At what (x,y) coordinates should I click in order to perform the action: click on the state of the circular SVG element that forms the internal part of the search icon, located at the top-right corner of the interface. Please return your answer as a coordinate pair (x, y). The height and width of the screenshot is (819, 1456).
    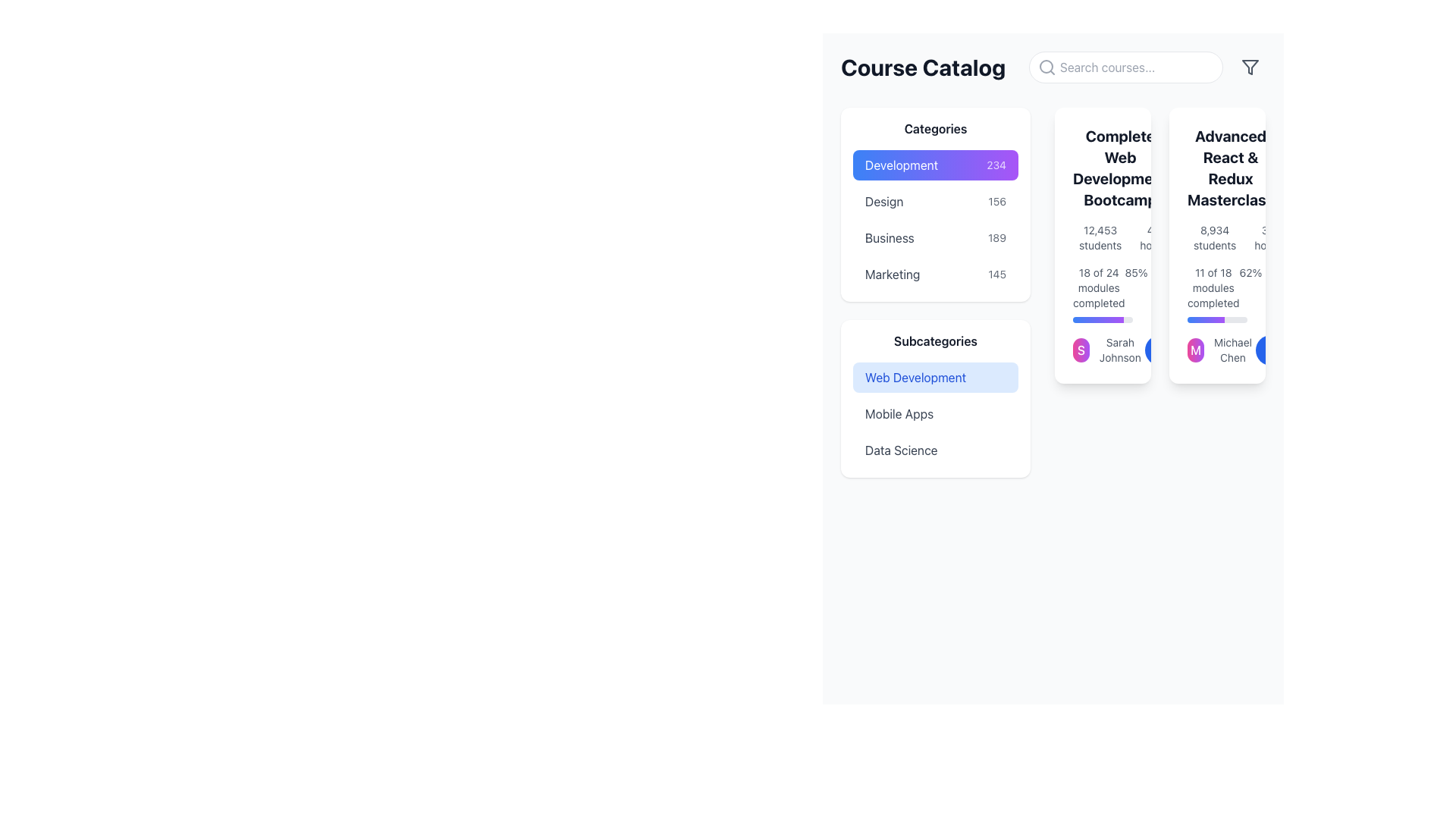
    Looking at the image, I should click on (1046, 66).